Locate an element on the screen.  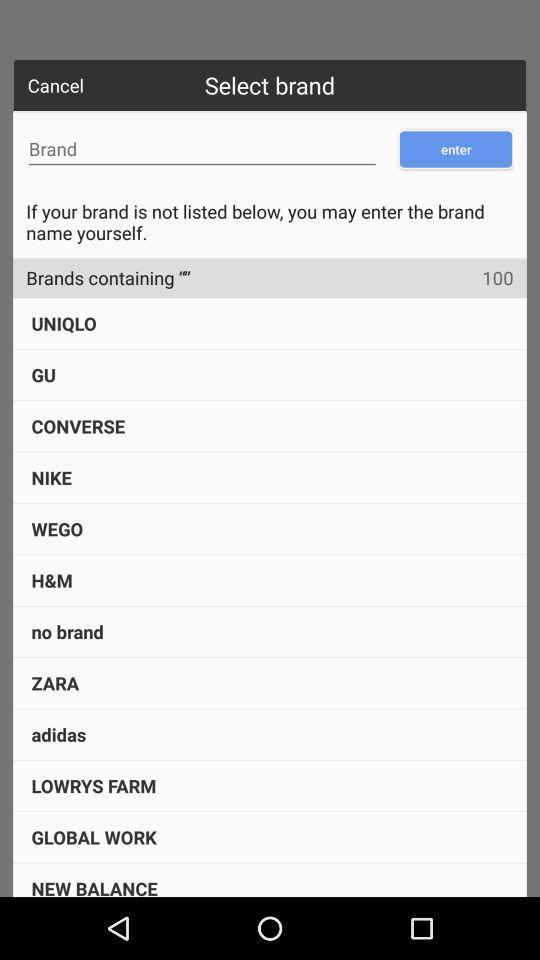
the item next to select brand icon is located at coordinates (55, 85).